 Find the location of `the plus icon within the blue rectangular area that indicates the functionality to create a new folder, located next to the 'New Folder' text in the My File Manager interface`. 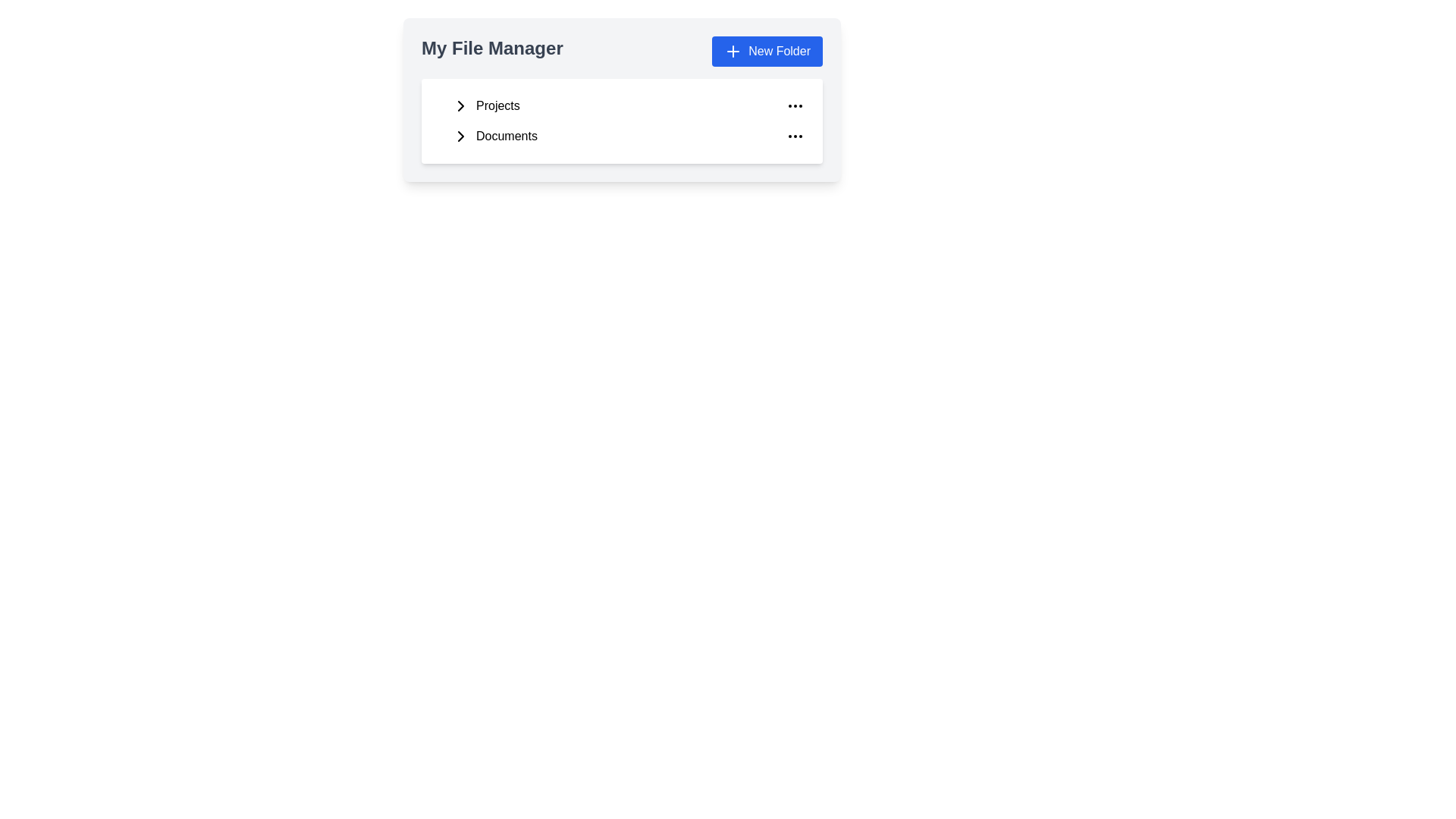

the plus icon within the blue rectangular area that indicates the functionality to create a new folder, located next to the 'New Folder' text in the My File Manager interface is located at coordinates (733, 51).